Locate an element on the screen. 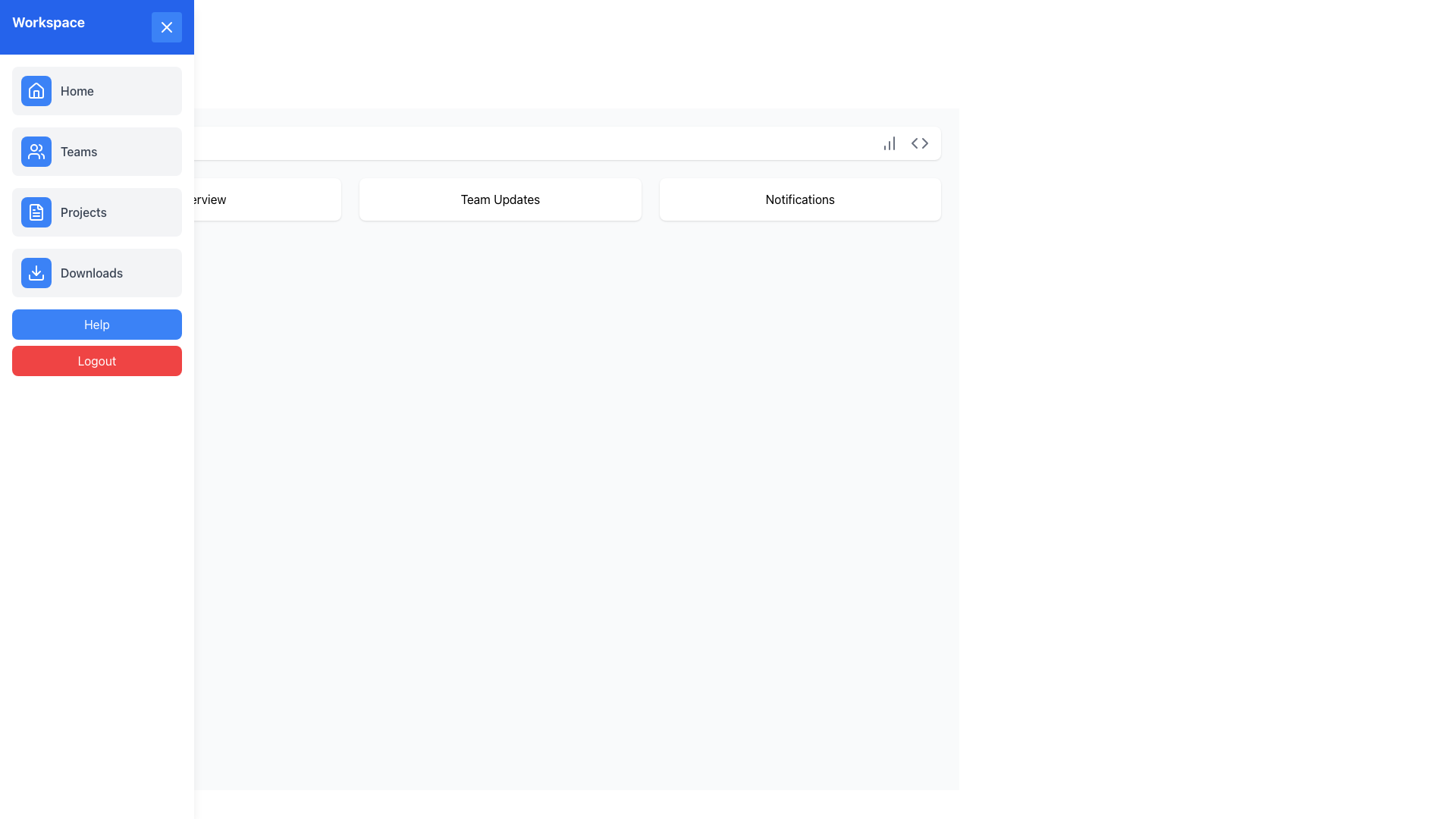  the Text label or title section that serves as a header for team updates, located between the Overview box and the Notifications box is located at coordinates (500, 198).